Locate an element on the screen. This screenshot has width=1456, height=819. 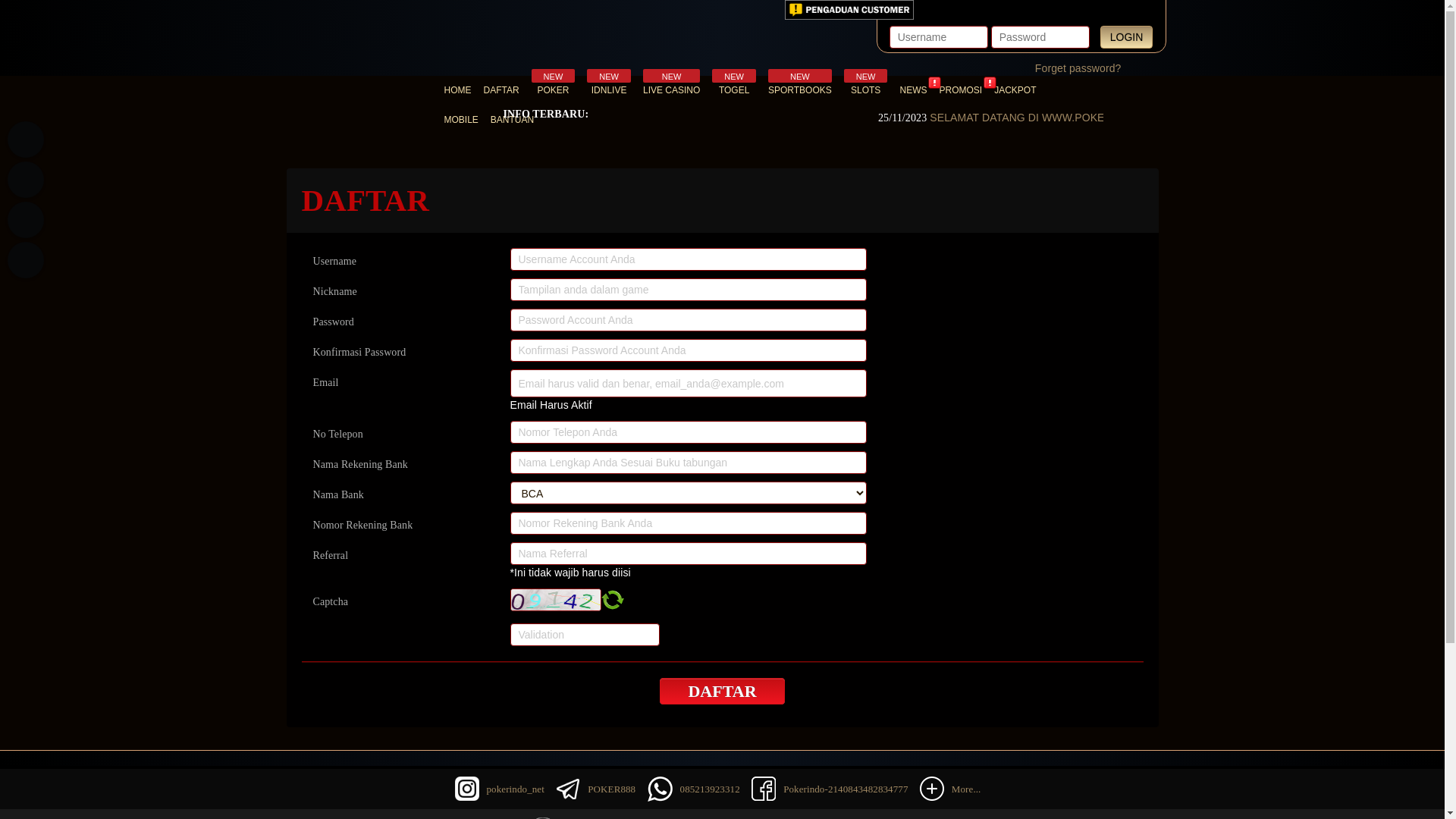
'NEW is located at coordinates (705, 90).